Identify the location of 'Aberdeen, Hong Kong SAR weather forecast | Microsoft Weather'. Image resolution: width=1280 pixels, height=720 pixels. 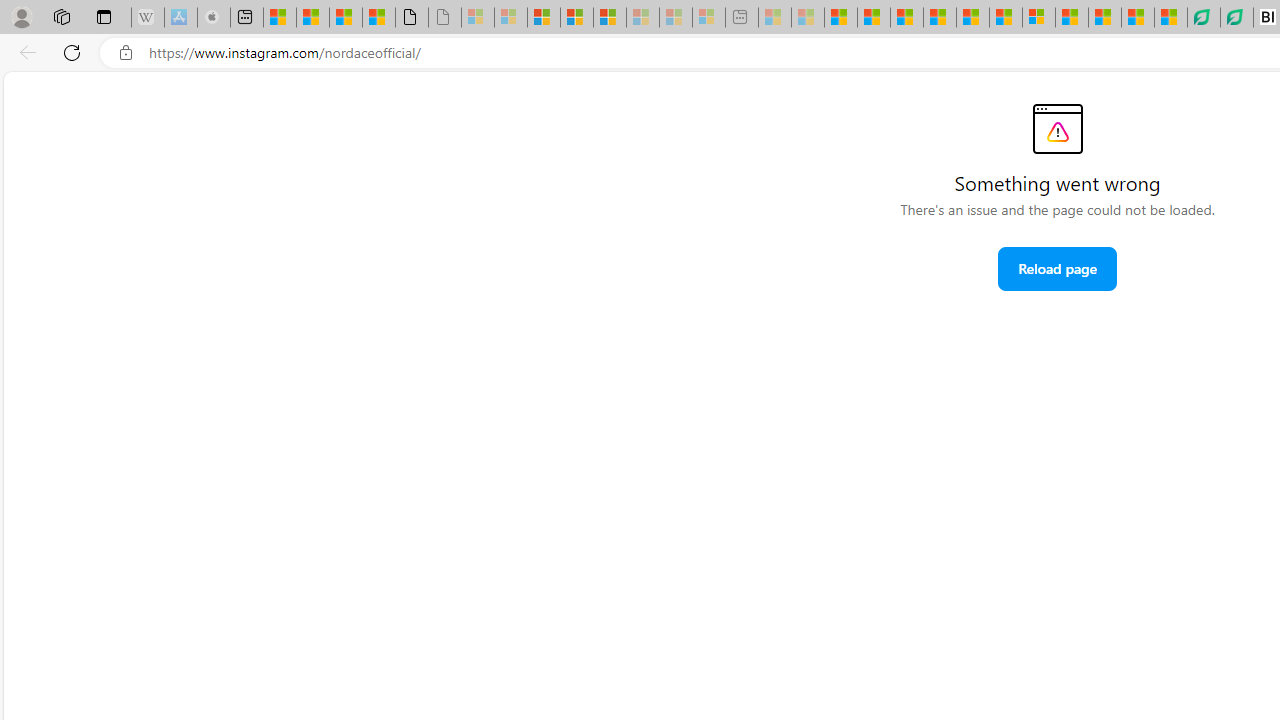
(311, 17).